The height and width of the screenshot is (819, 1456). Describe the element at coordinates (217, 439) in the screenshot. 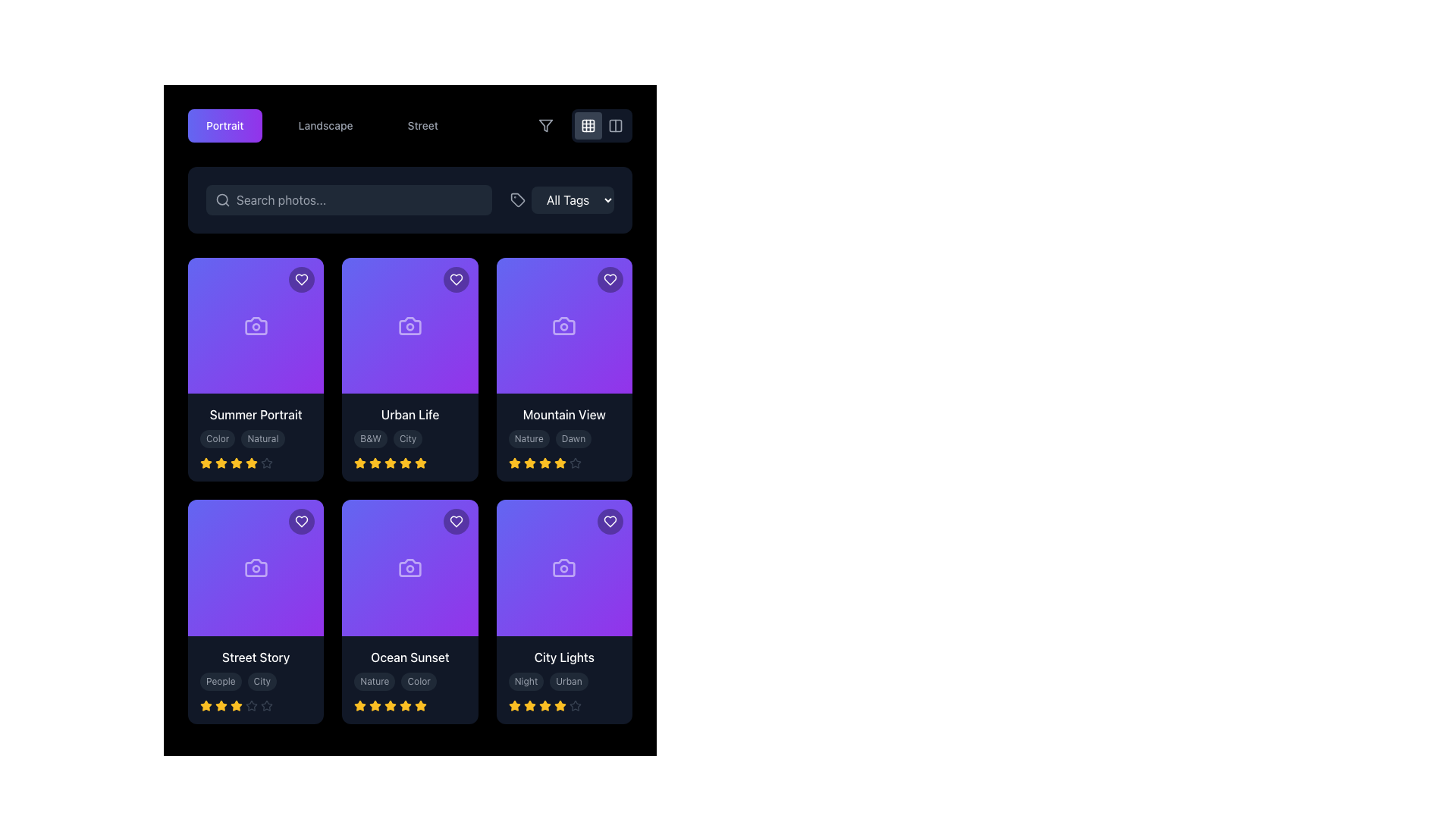

I see `the static text label that serves as a descriptive tag for the content associated with the card, located below the title 'Summer Portrait' in the top-left card of the grid layout` at that location.